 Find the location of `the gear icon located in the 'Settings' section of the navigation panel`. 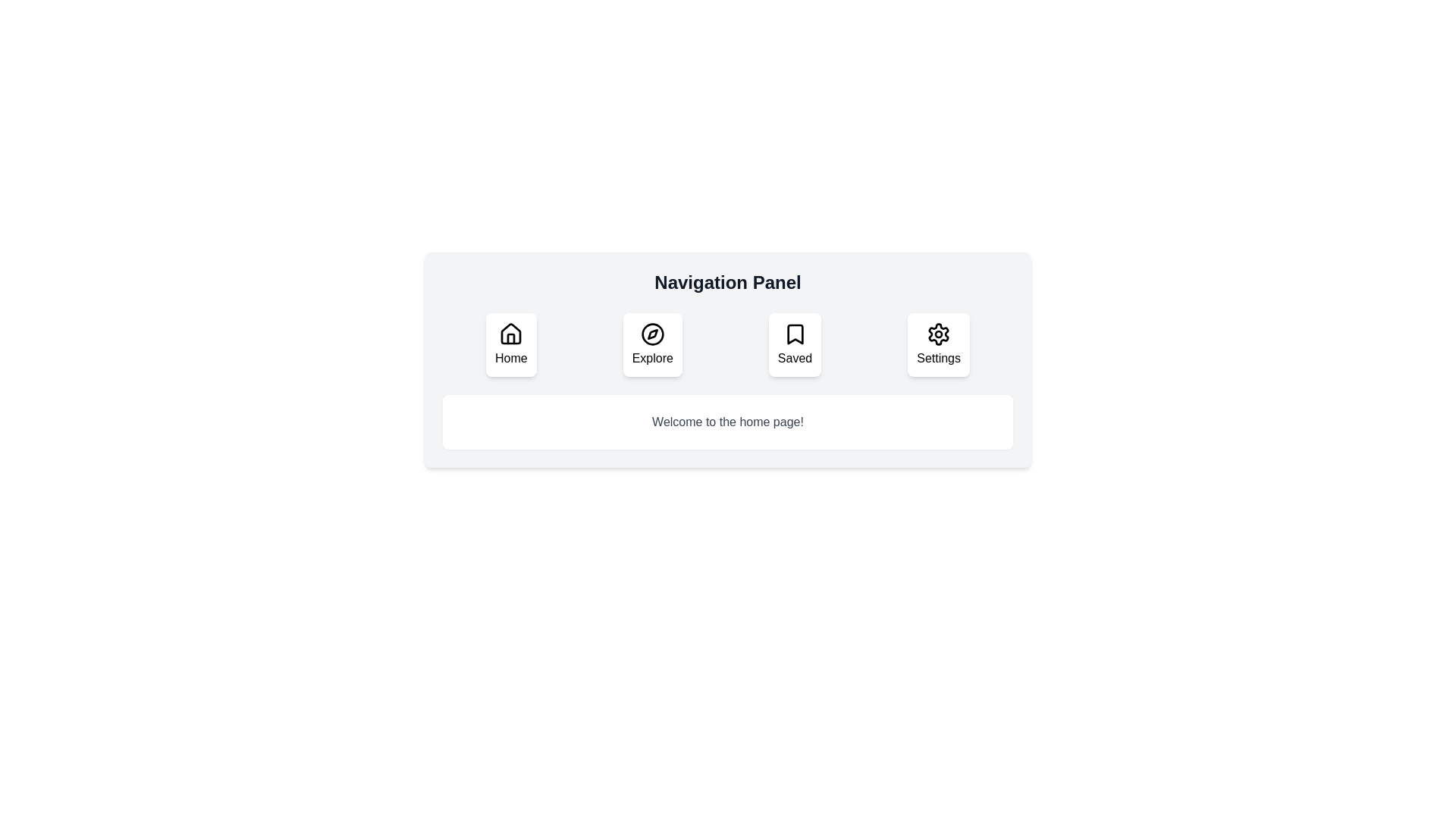

the gear icon located in the 'Settings' section of the navigation panel is located at coordinates (938, 333).